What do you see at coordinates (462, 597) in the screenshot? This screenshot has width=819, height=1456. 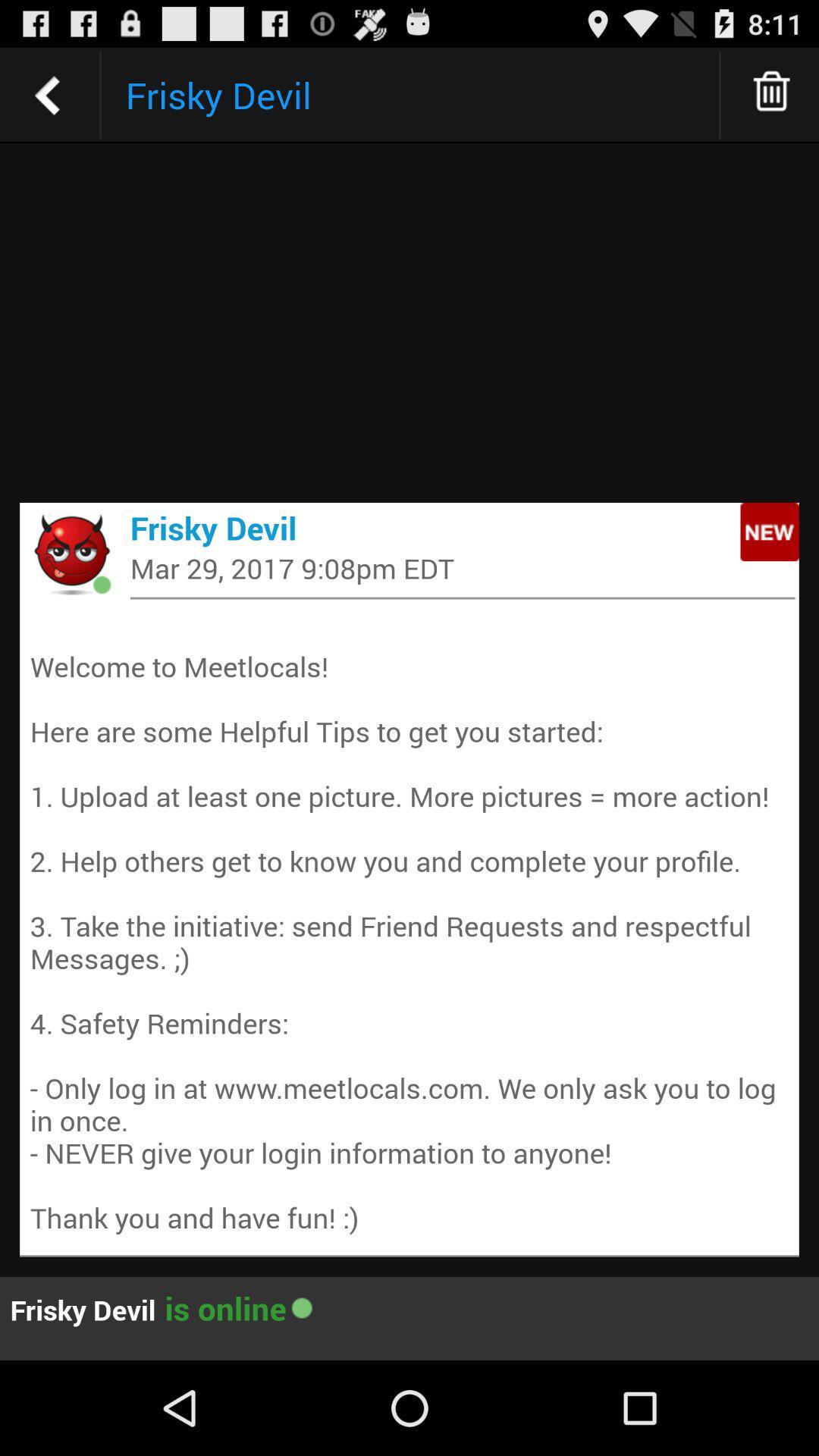 I see `the icon above the welcome to meetlocals item` at bounding box center [462, 597].